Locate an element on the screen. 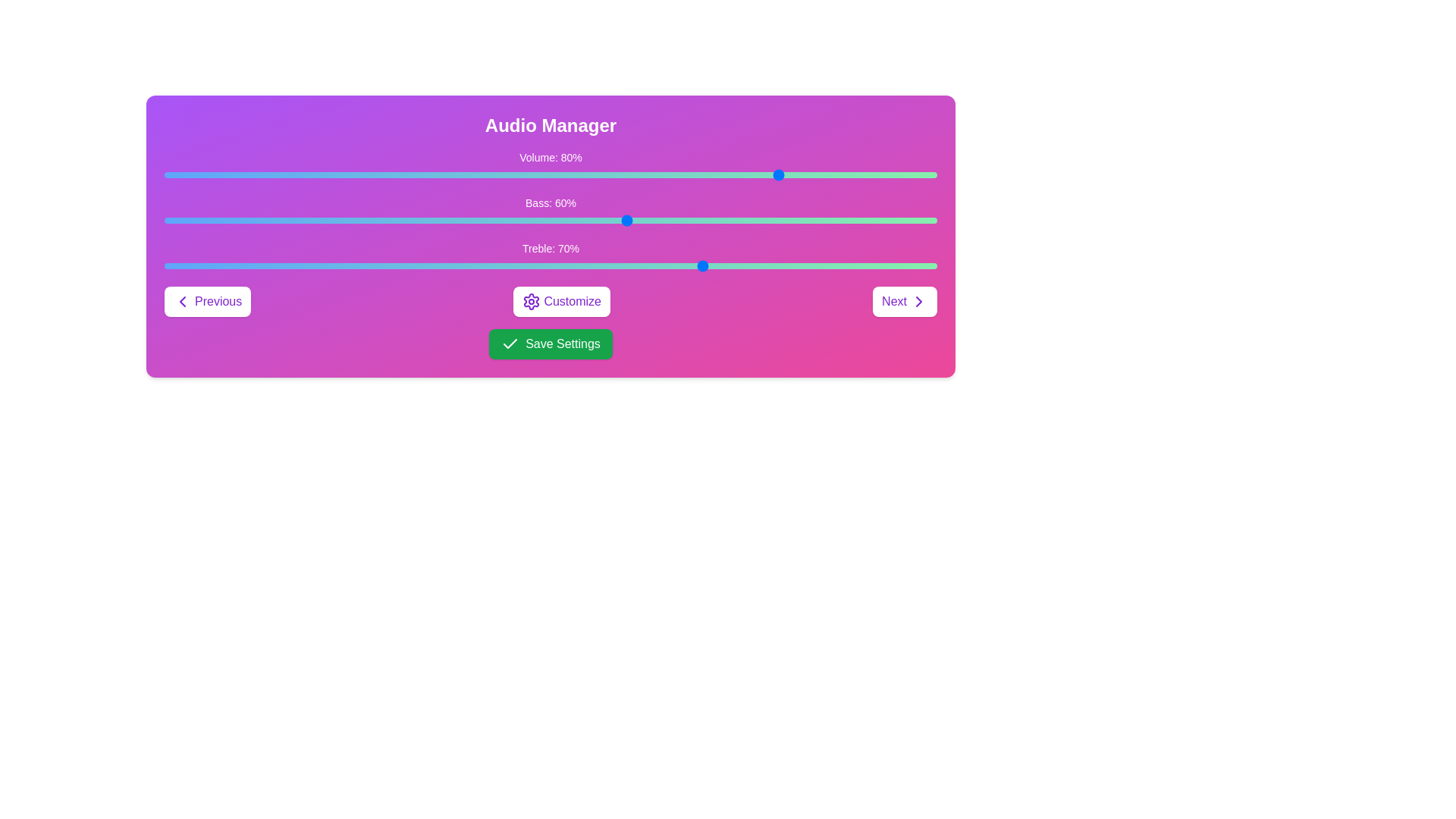 The image size is (1456, 819). the green rectangular 'Save Settings' button with rounded edges located at the bottom center of the interface is located at coordinates (550, 344).